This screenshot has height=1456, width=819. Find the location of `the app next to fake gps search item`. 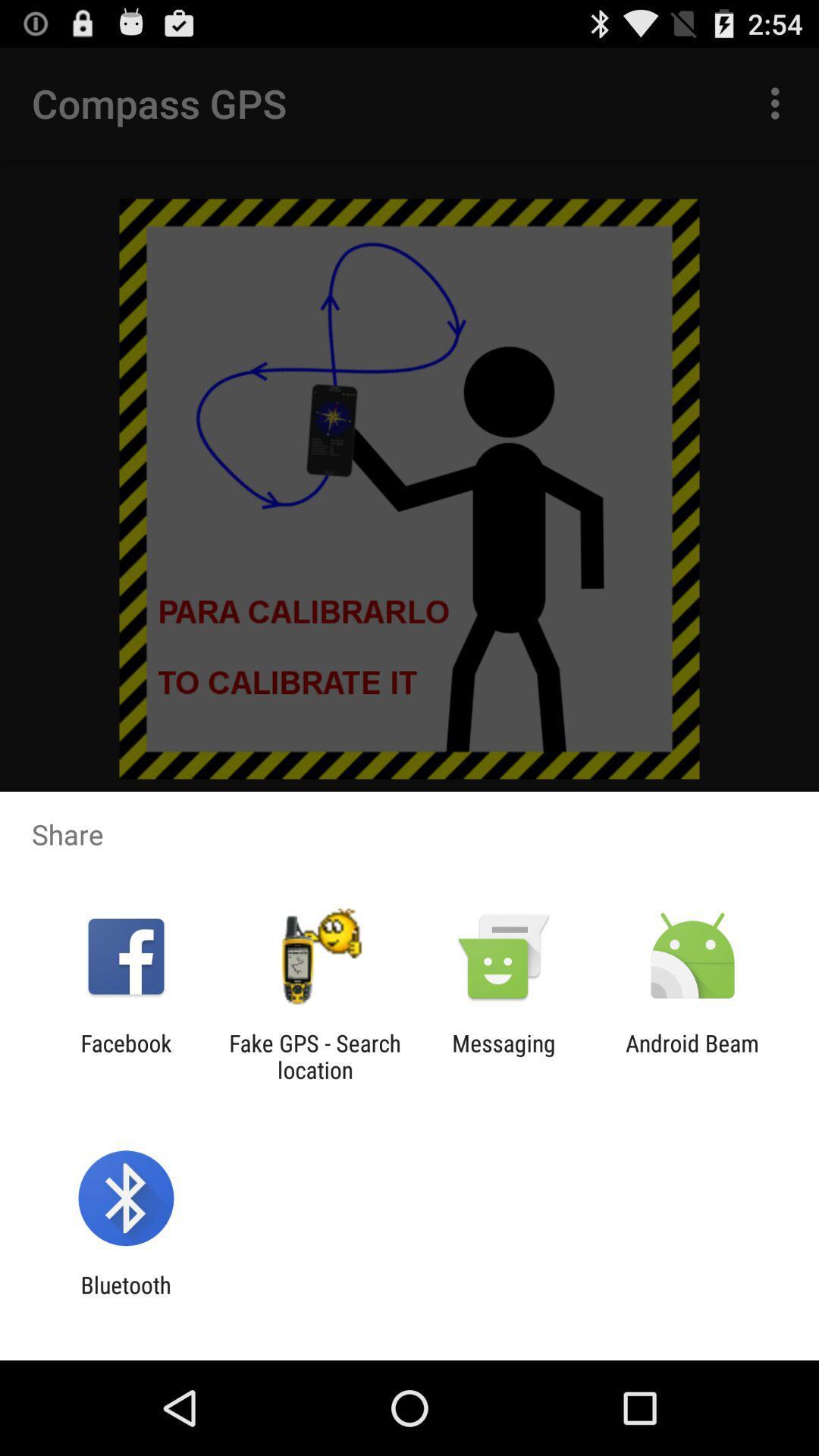

the app next to fake gps search item is located at coordinates (125, 1056).